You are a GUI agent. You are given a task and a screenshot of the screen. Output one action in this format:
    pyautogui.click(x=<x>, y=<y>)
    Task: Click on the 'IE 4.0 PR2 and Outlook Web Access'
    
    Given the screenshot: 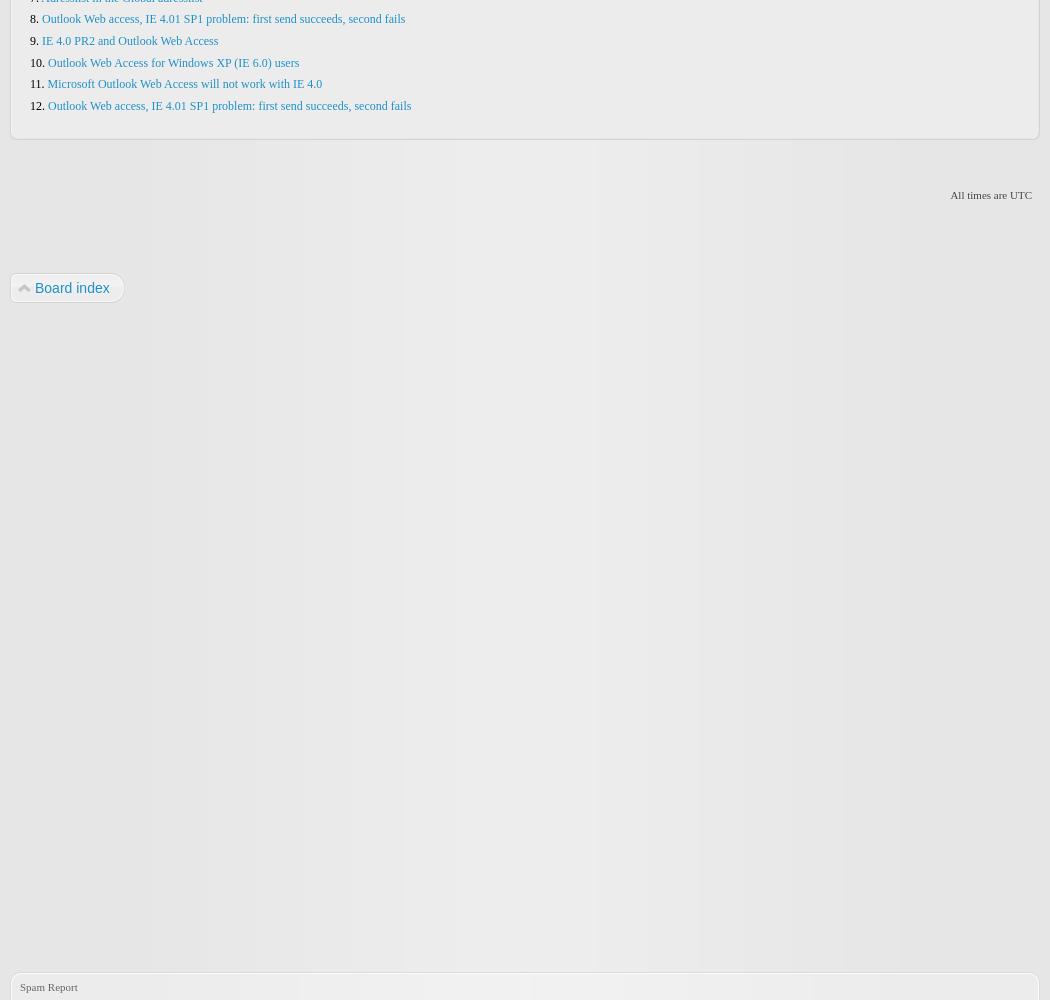 What is the action you would take?
    pyautogui.click(x=128, y=40)
    